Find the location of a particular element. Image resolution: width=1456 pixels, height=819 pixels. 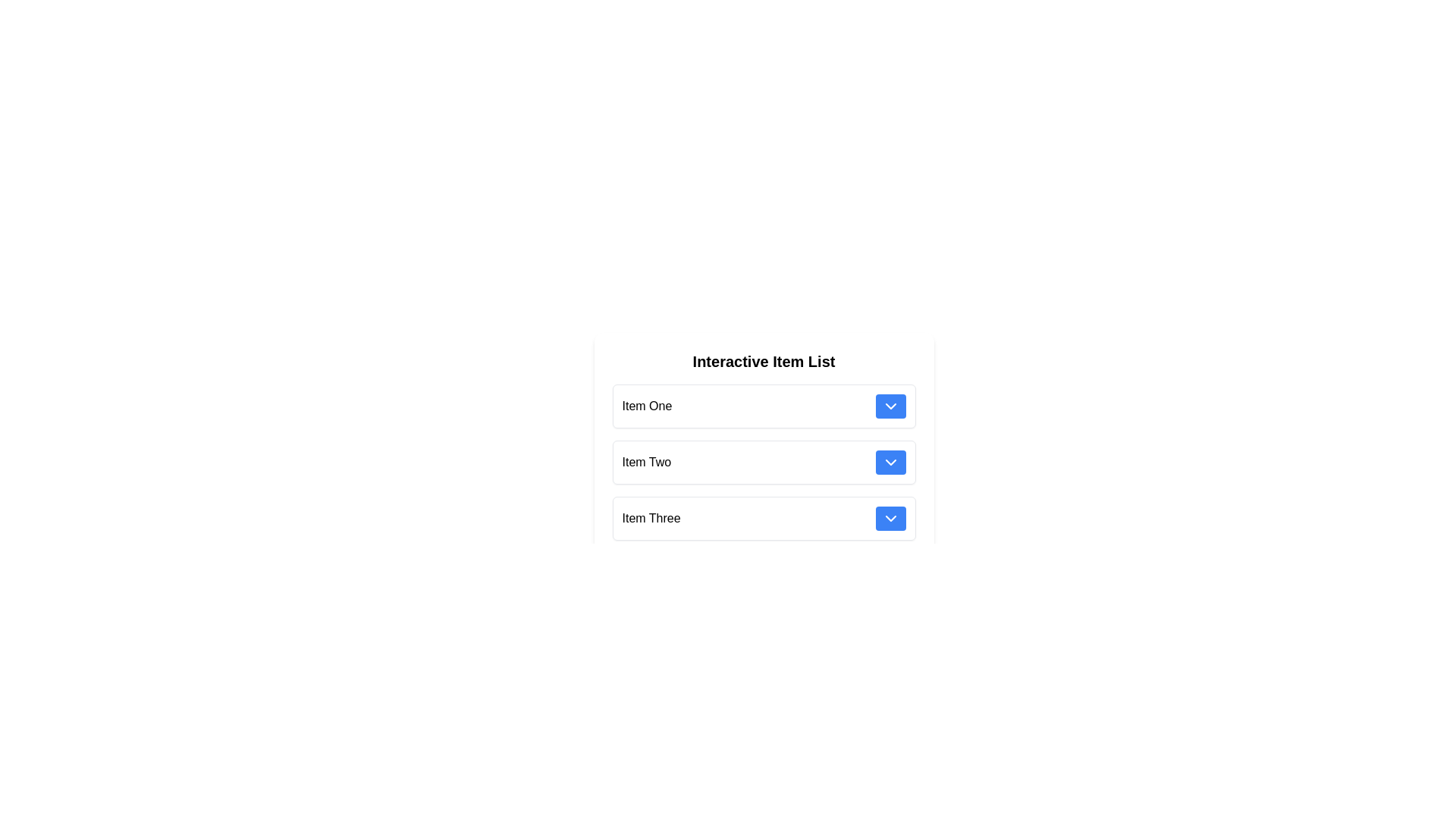

the dropdown icon located to the right of the 'Item One' label in the 'Interactive Item List' is located at coordinates (890, 406).